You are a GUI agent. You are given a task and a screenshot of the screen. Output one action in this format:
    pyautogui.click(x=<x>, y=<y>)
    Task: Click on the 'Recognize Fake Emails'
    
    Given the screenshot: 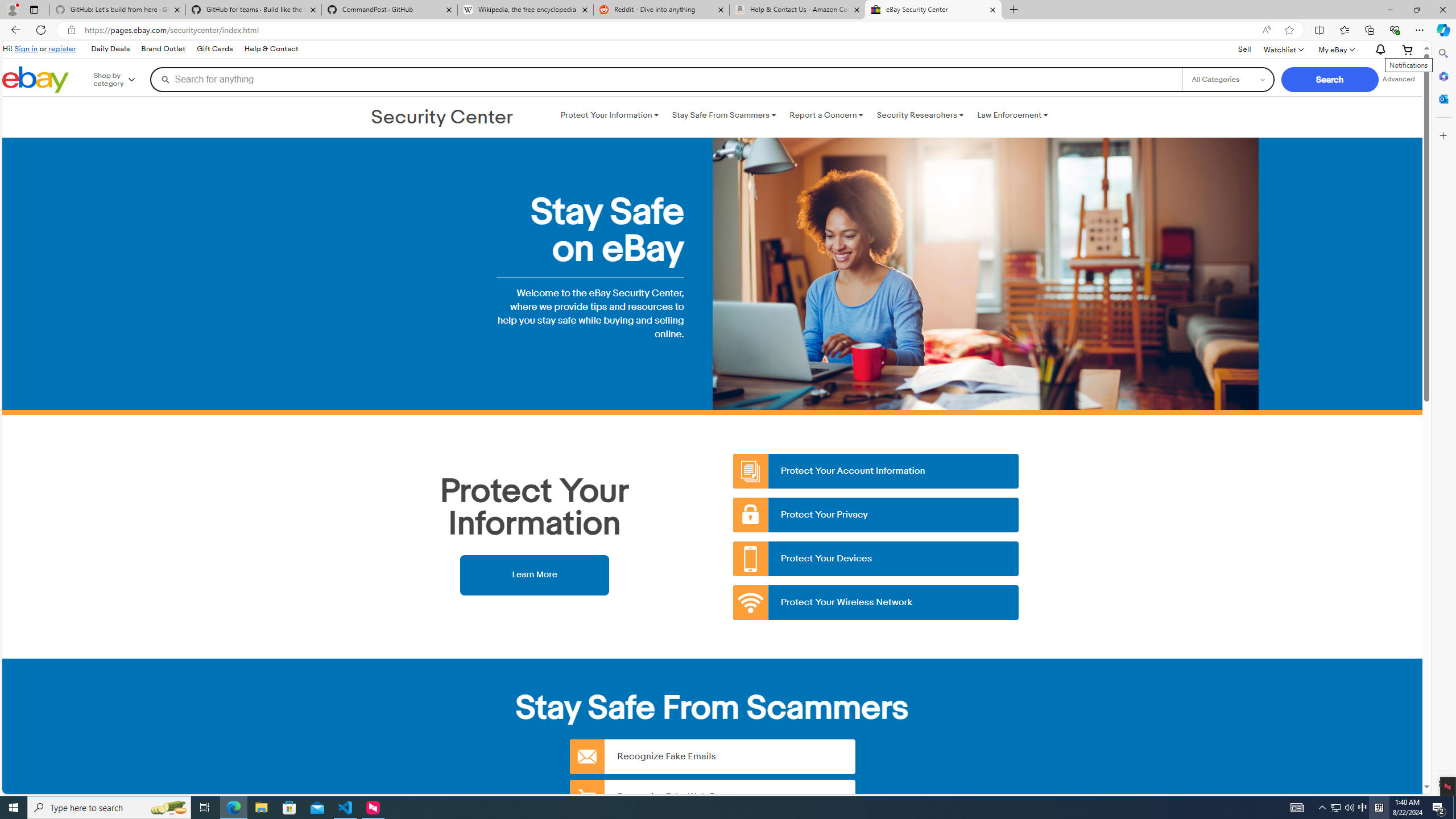 What is the action you would take?
    pyautogui.click(x=712, y=756)
    